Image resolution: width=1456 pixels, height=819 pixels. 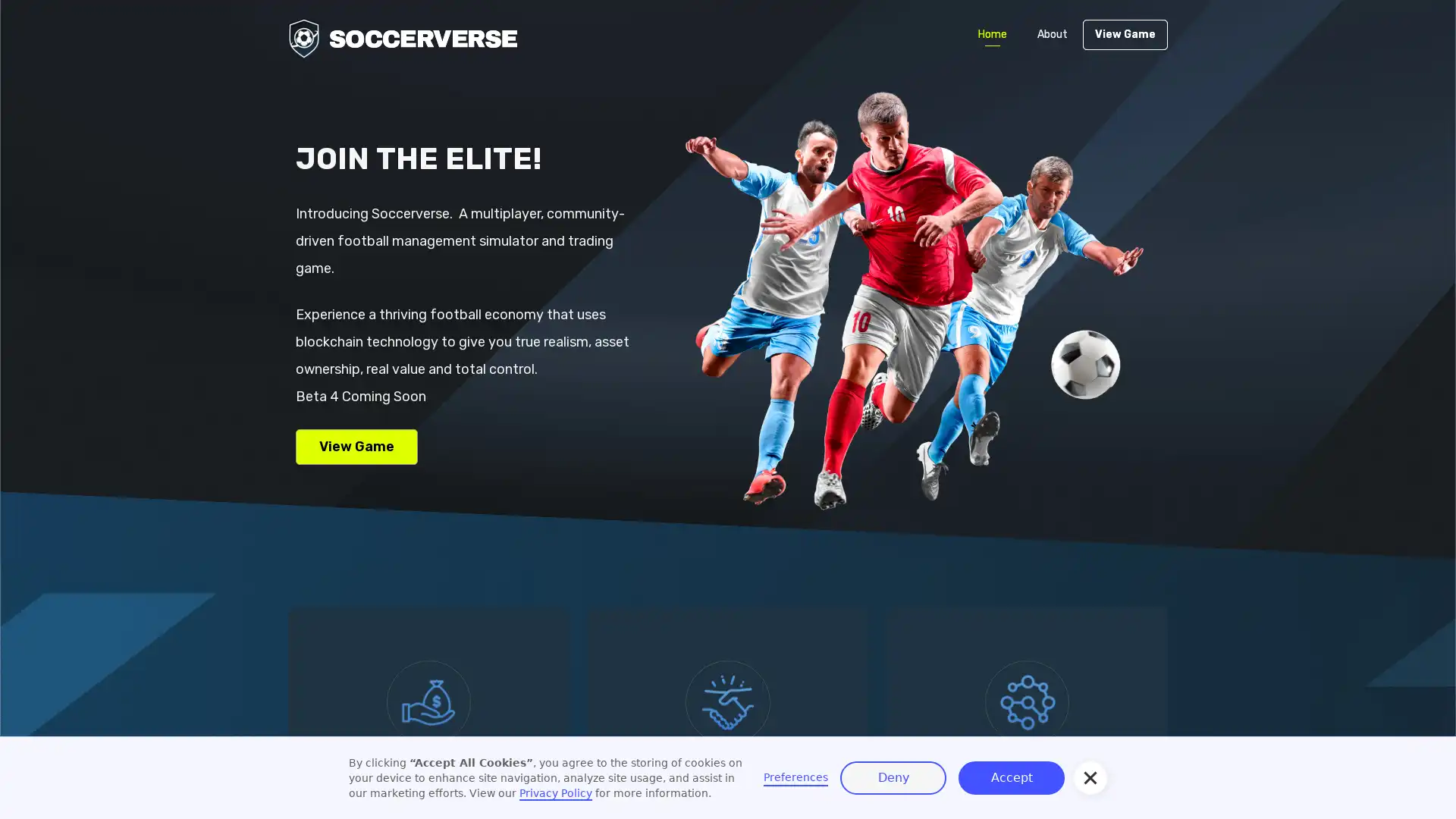 What do you see at coordinates (795, 778) in the screenshot?
I see `Preferences` at bounding box center [795, 778].